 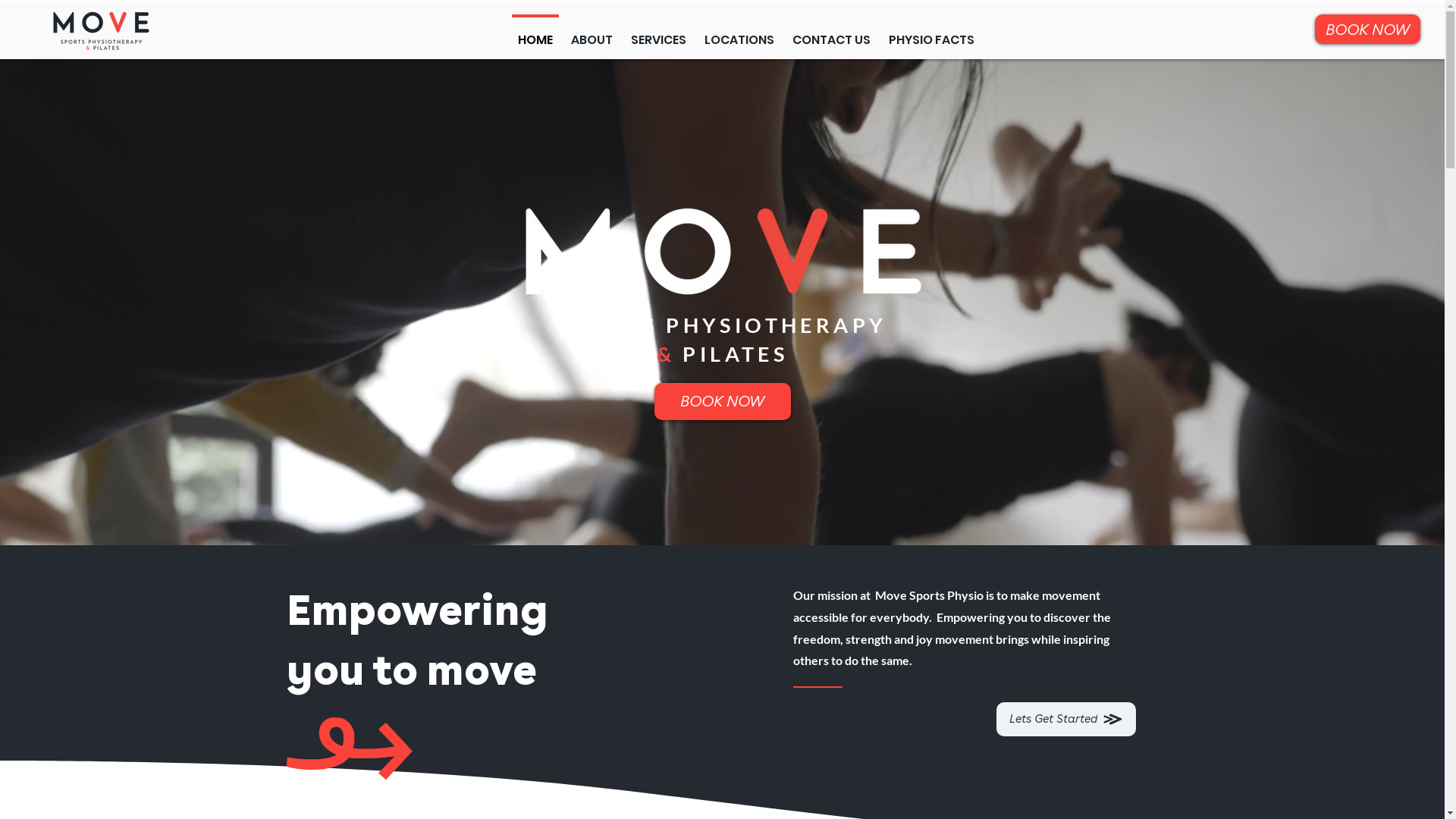 I want to click on 'LOCATIONS', so click(x=739, y=33).